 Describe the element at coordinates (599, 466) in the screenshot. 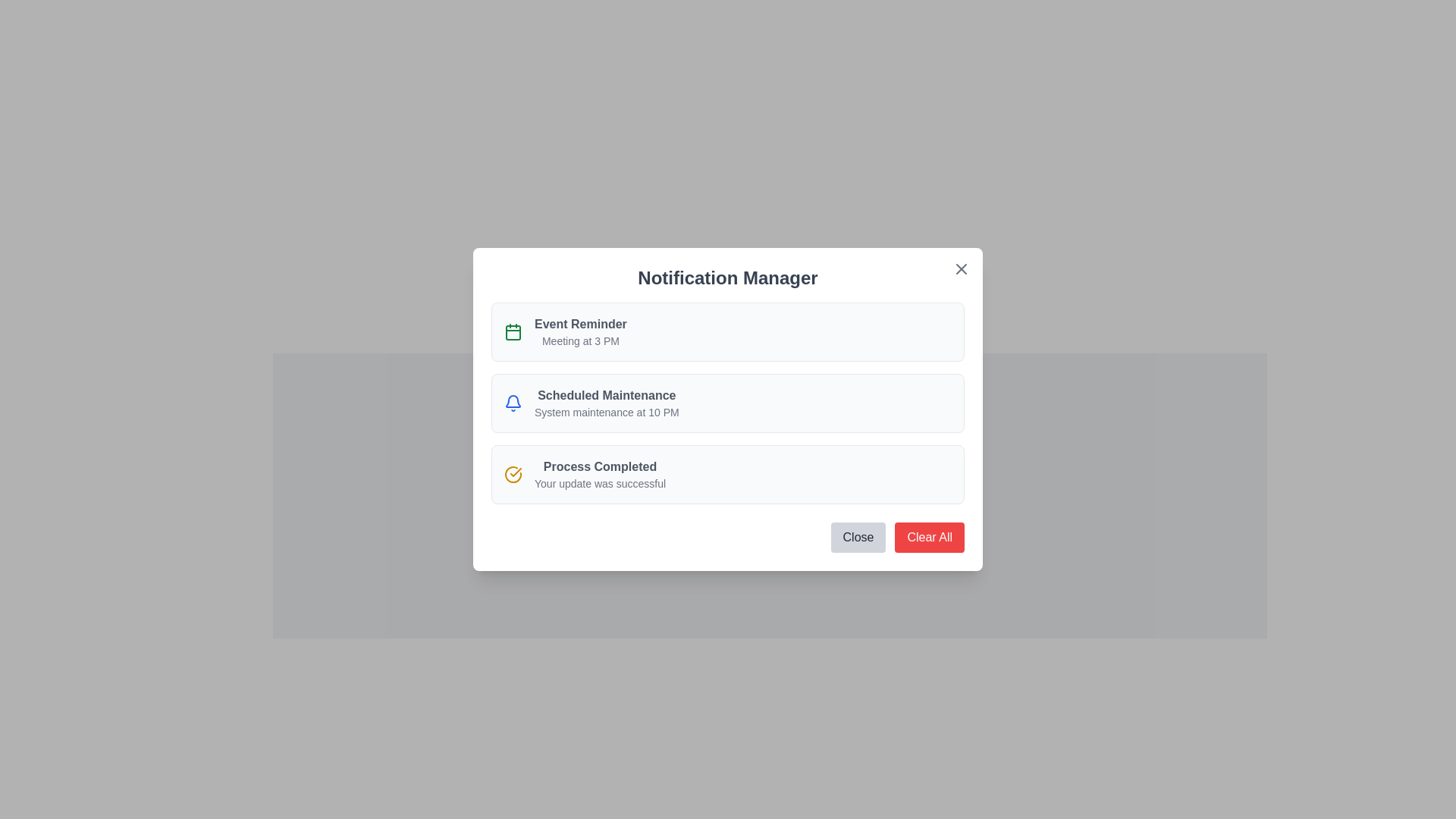

I see `text displayed in the completion status message of the Text Label located in the header of the third notification card in the 'Notification Manager' modal` at that location.